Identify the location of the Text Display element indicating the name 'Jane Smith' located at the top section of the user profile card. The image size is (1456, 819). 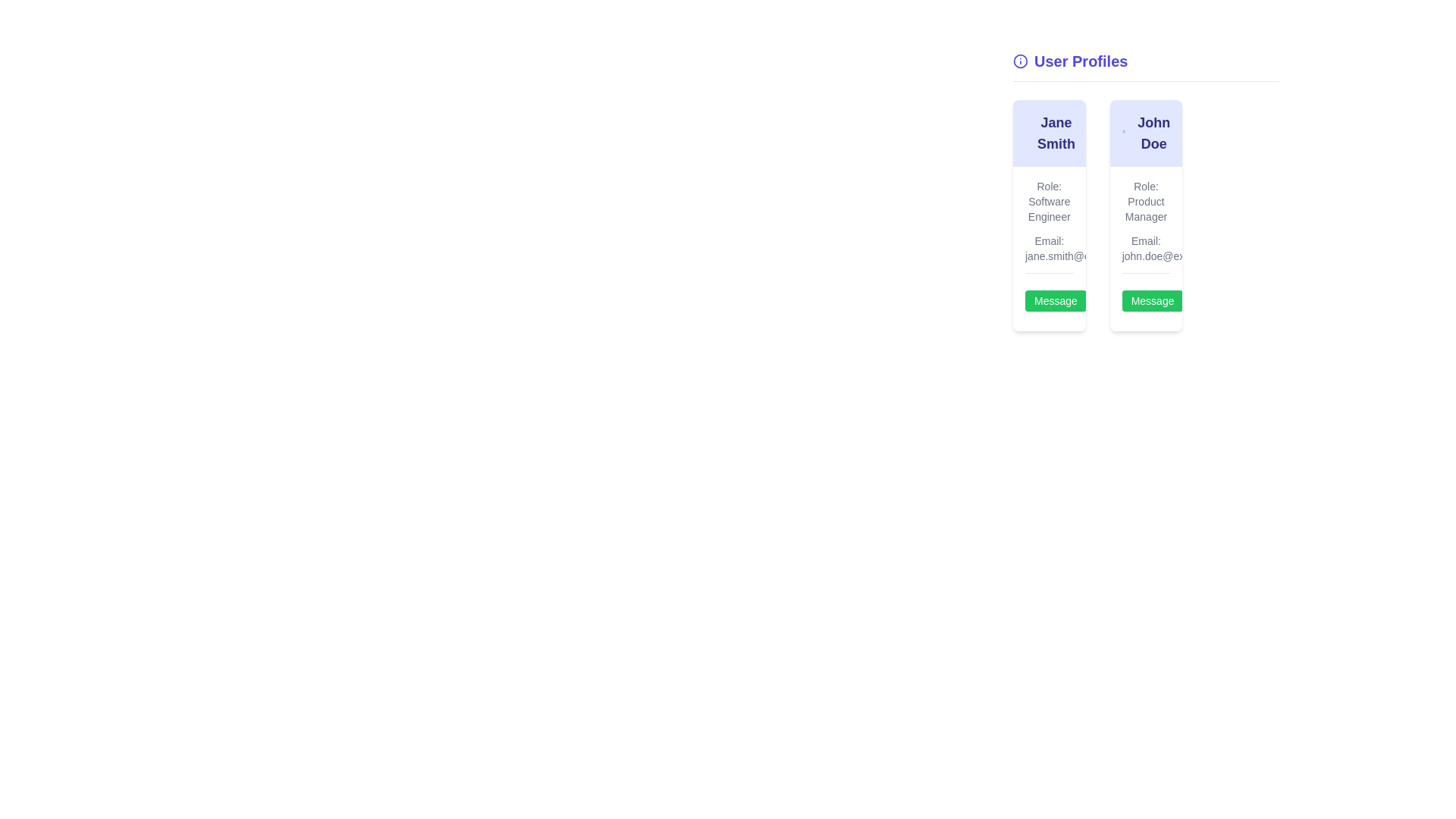
(1048, 133).